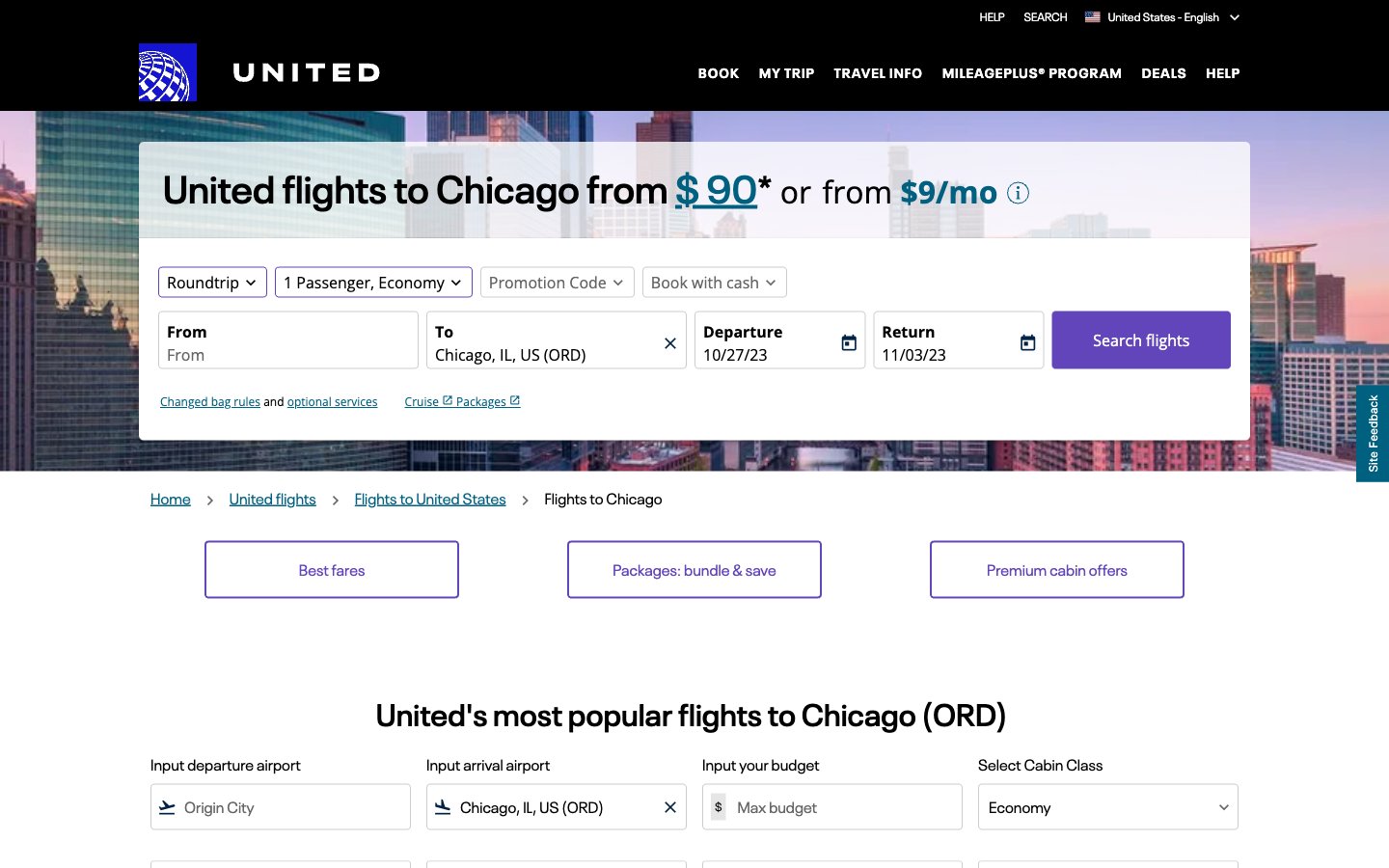 This screenshot has height=868, width=1389. Describe the element at coordinates (770, 355) in the screenshot. I see `Navigate and select the "departure date" and "return date" fields` at that location.